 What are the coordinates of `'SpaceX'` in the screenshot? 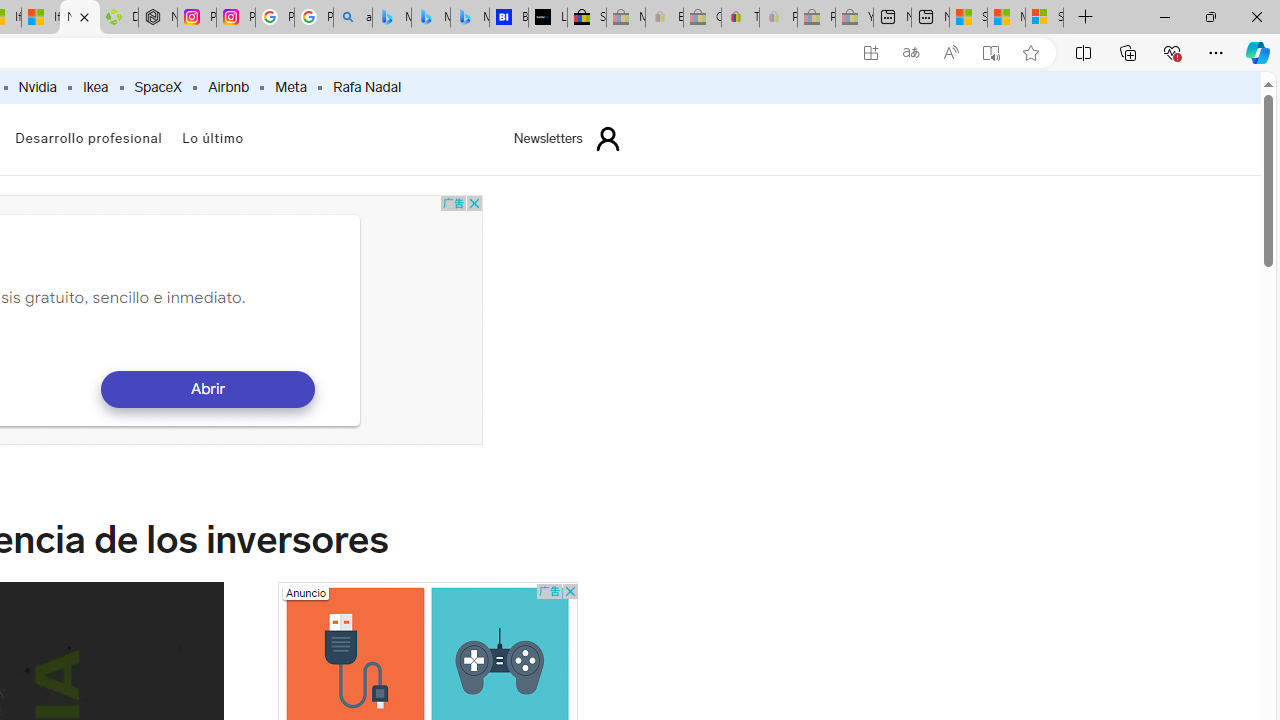 It's located at (157, 87).